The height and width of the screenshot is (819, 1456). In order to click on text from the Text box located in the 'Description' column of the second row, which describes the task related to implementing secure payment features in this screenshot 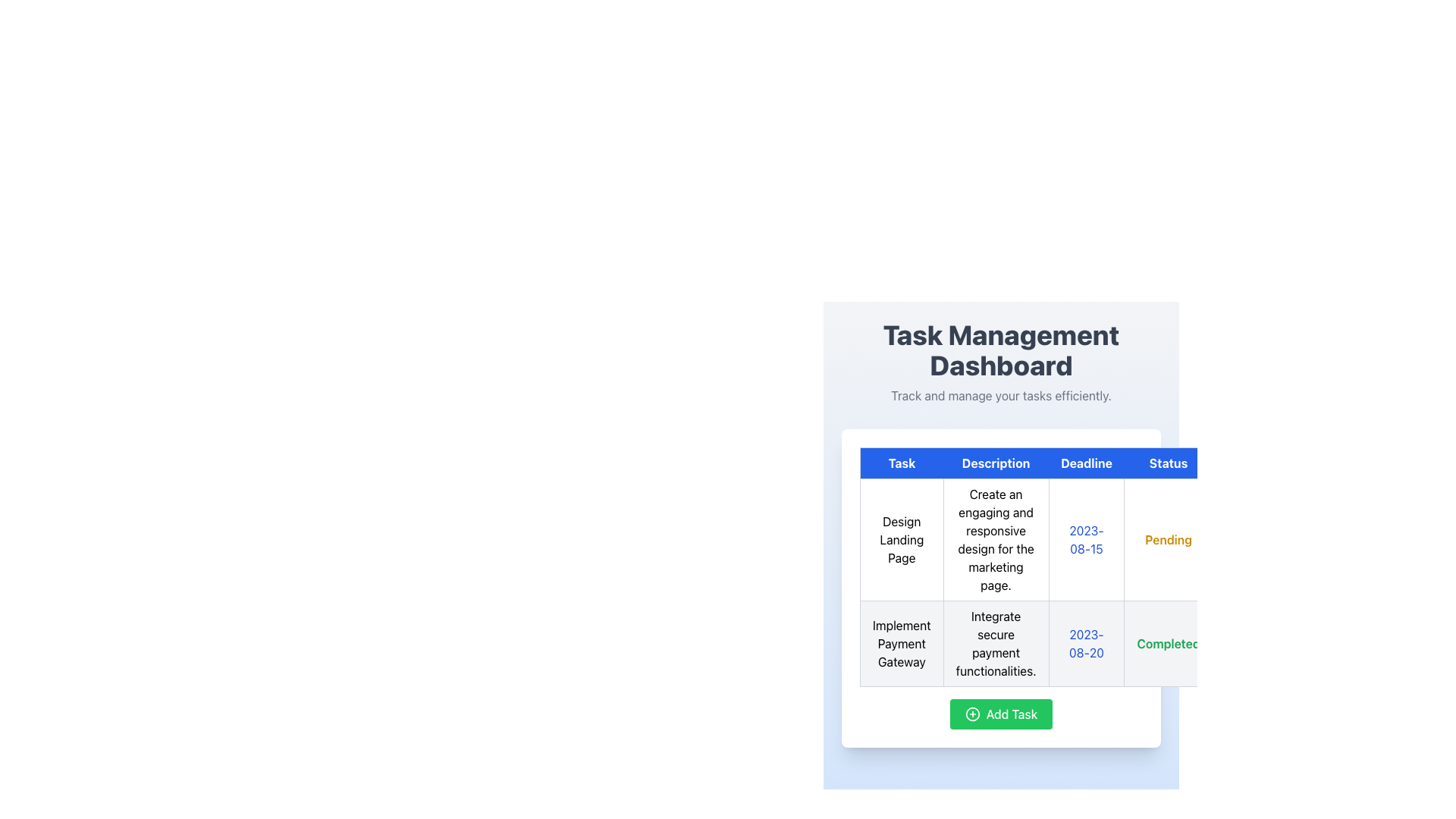, I will do `click(996, 643)`.